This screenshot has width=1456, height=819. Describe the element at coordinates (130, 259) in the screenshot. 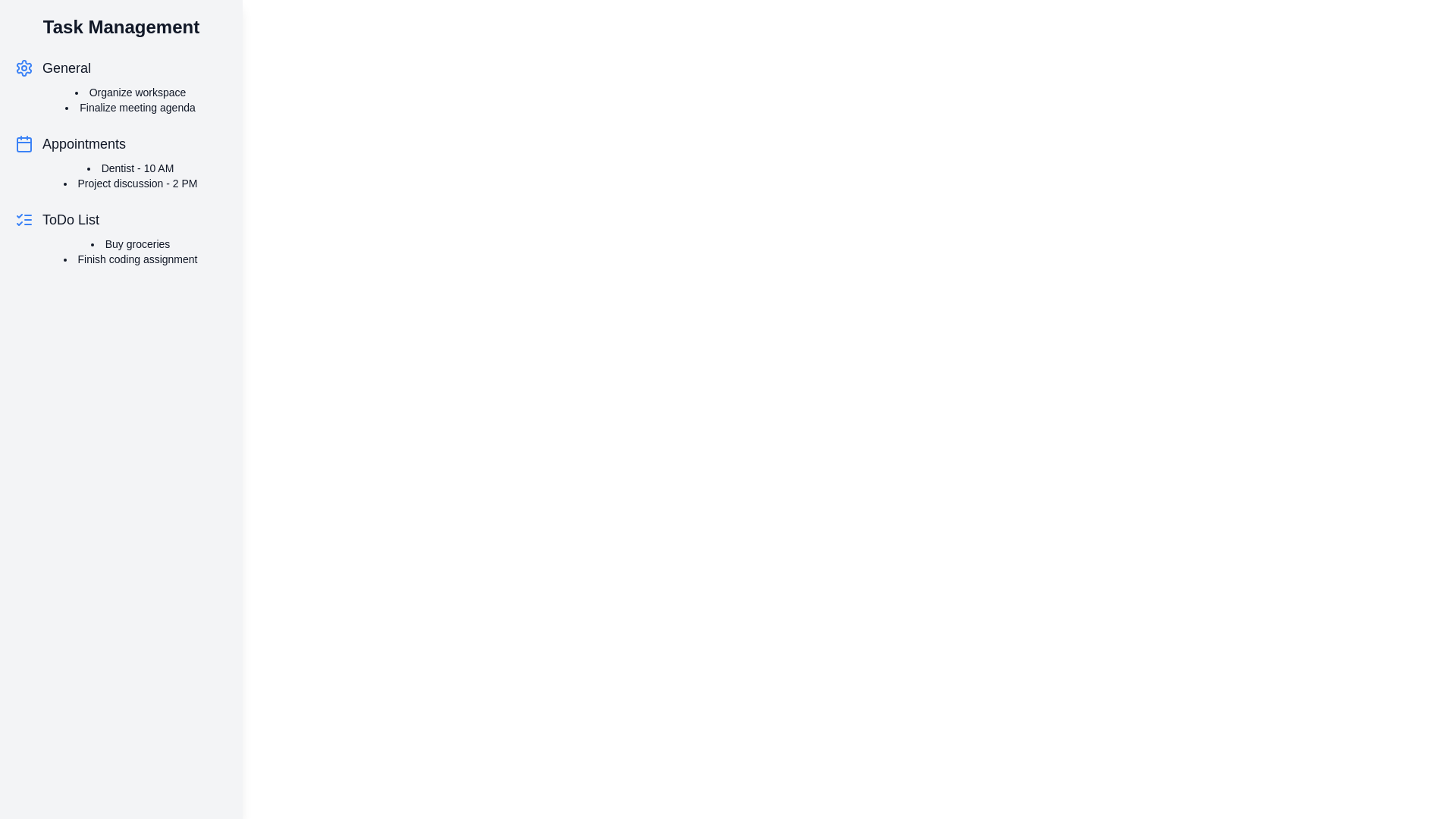

I see `the task text Finish coding assignment to open the task` at that location.